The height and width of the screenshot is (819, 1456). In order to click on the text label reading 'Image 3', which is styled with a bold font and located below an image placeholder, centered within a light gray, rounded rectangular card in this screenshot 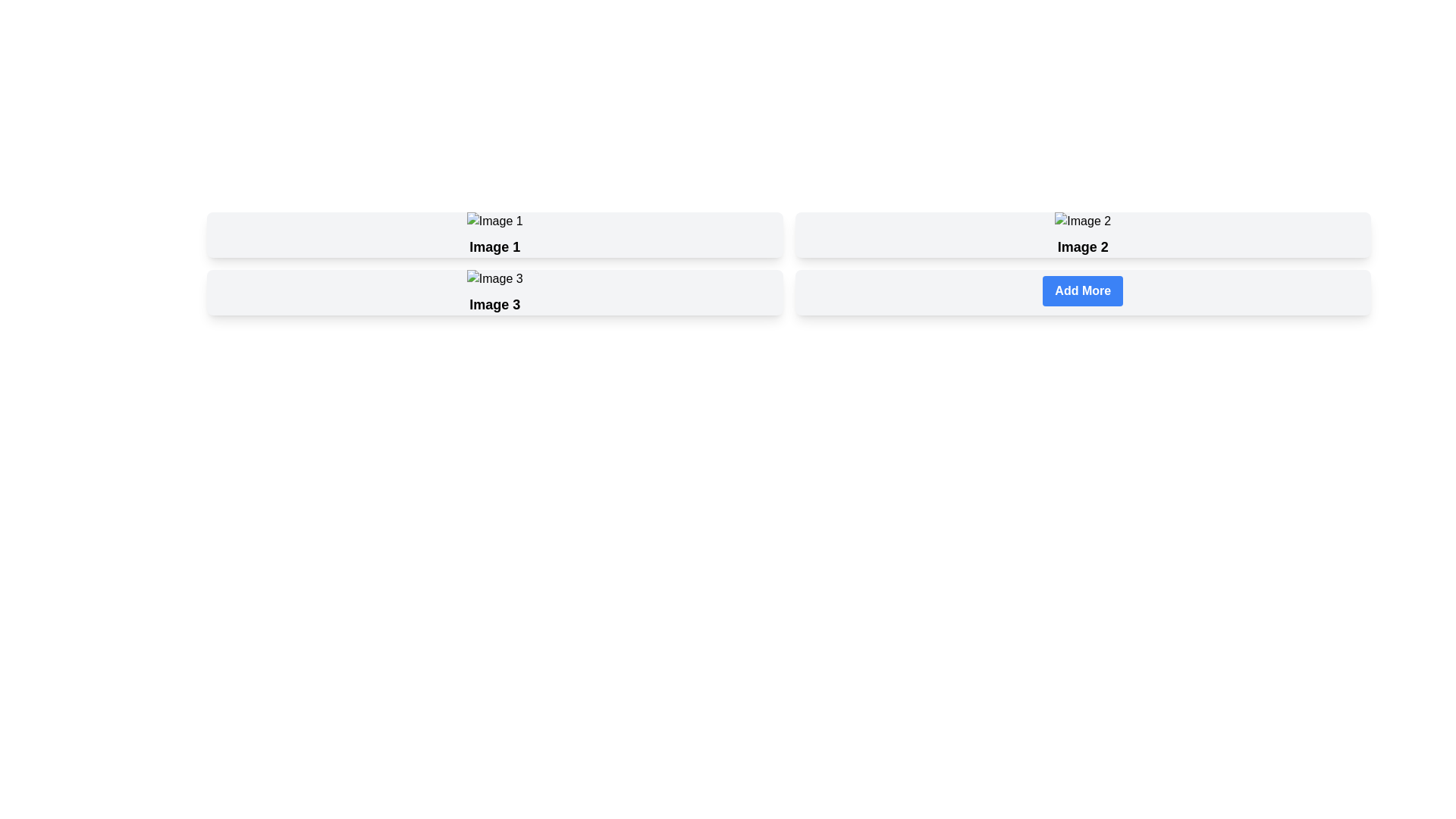, I will do `click(494, 304)`.